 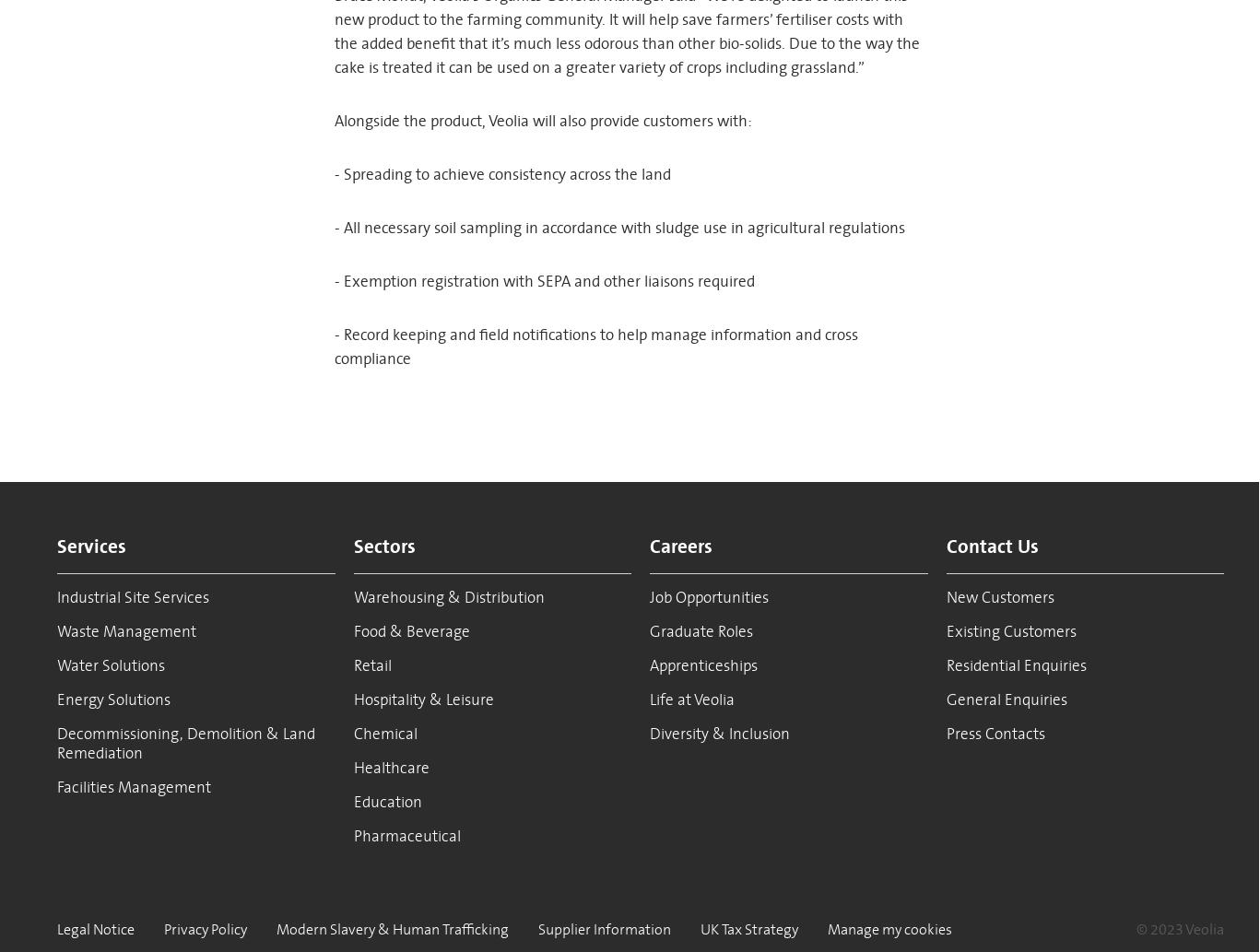 I want to click on 'Existing Customers', so click(x=1010, y=629).